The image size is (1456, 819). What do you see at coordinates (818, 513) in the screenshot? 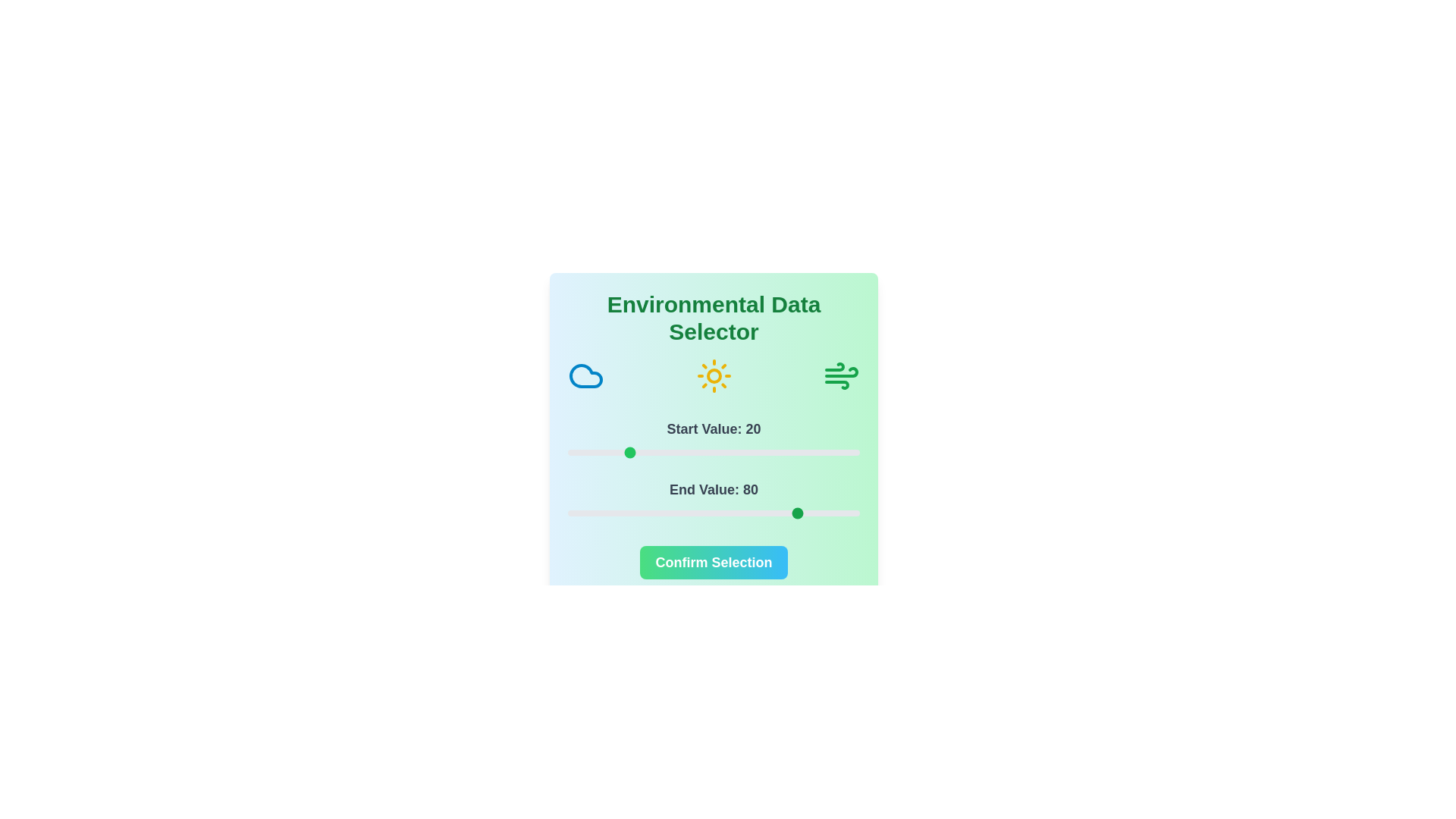
I see `the End Value slider` at bounding box center [818, 513].